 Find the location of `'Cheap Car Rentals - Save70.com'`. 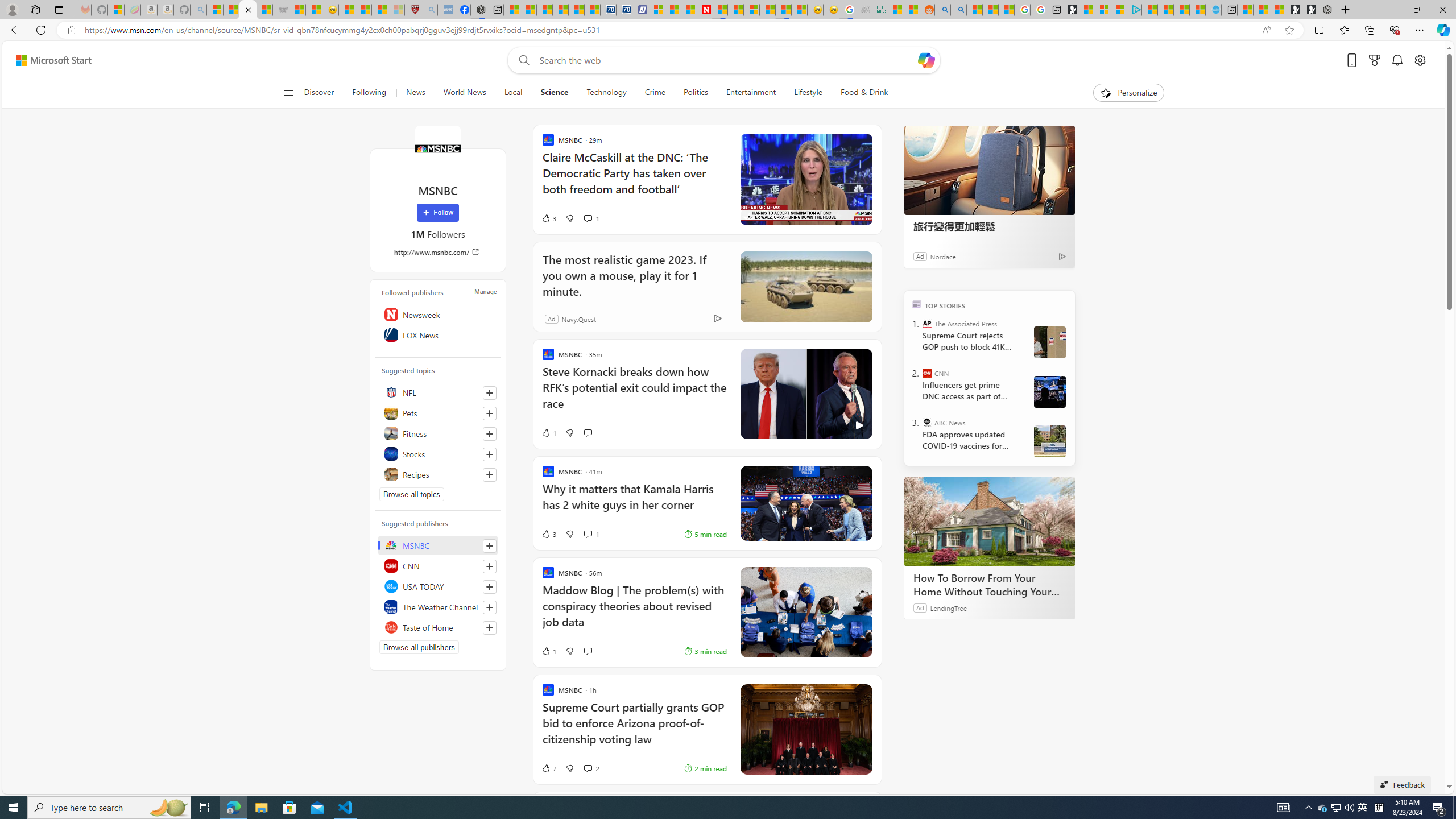

'Cheap Car Rentals - Save70.com' is located at coordinates (608, 9).